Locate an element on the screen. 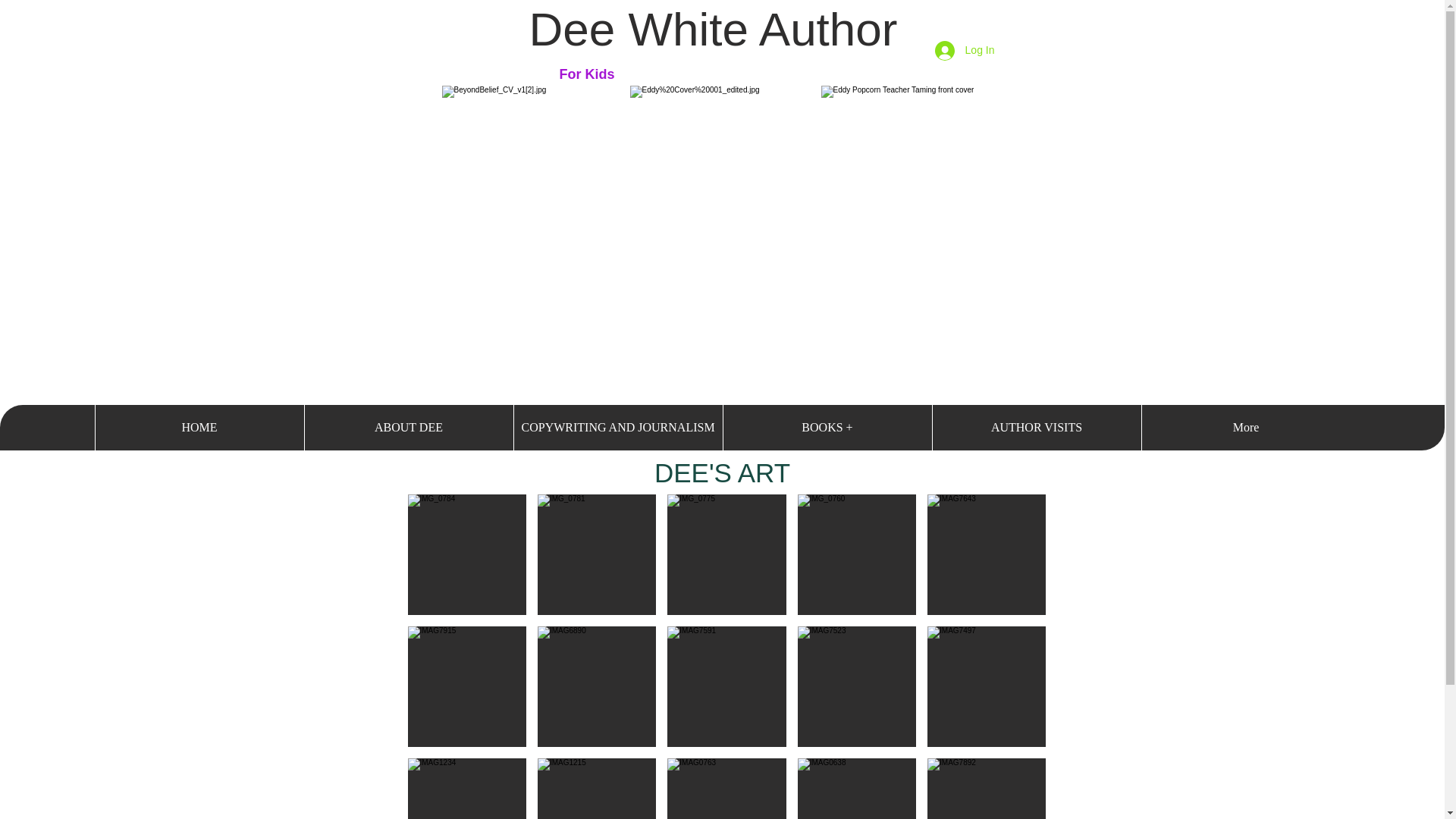 The height and width of the screenshot is (819, 1456). 'ABOUT DEE' is located at coordinates (407, 427).